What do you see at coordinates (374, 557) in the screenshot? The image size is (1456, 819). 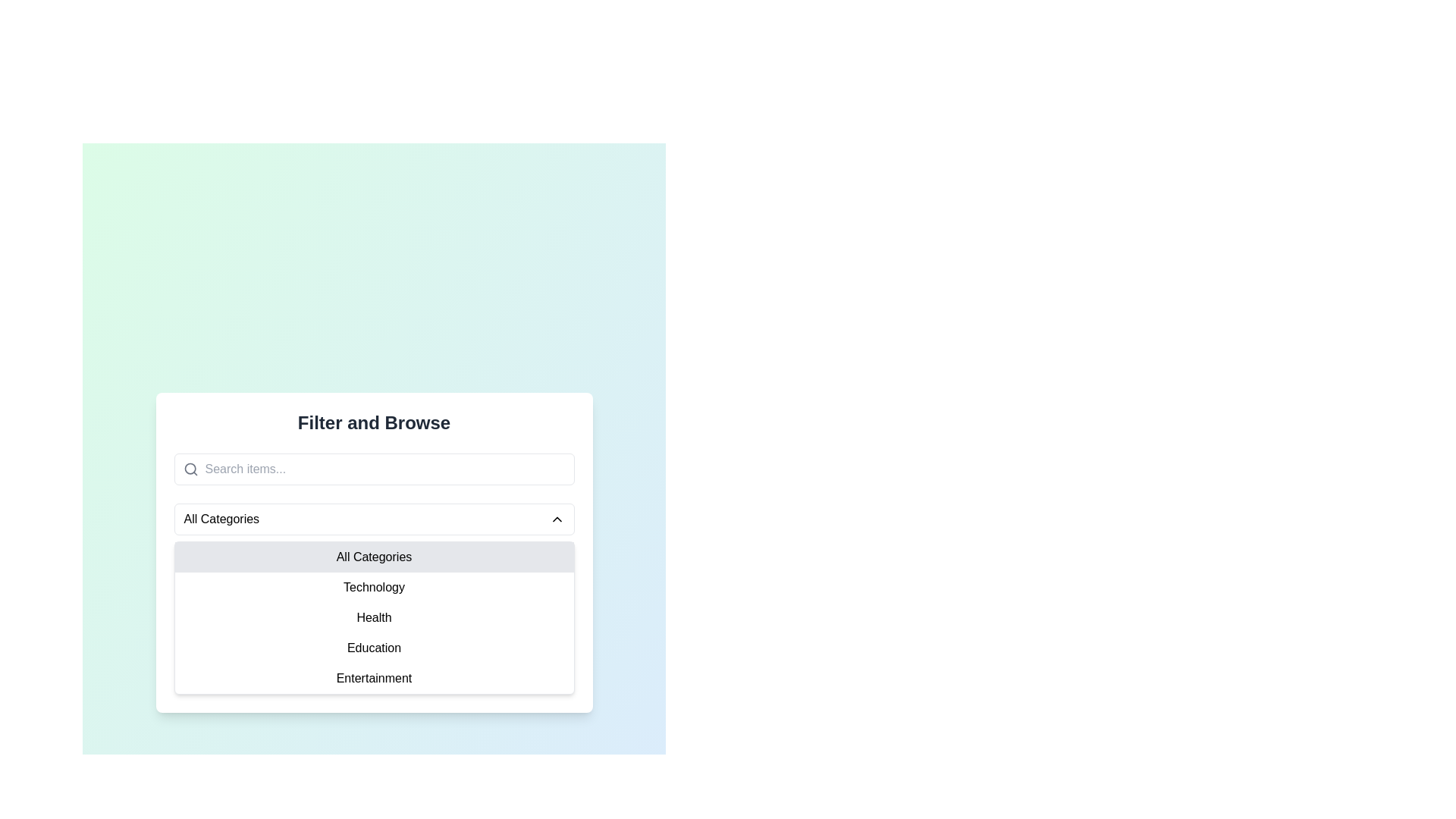 I see `the first selectable list item labeled 'All Categories' in the dropdown list` at bounding box center [374, 557].